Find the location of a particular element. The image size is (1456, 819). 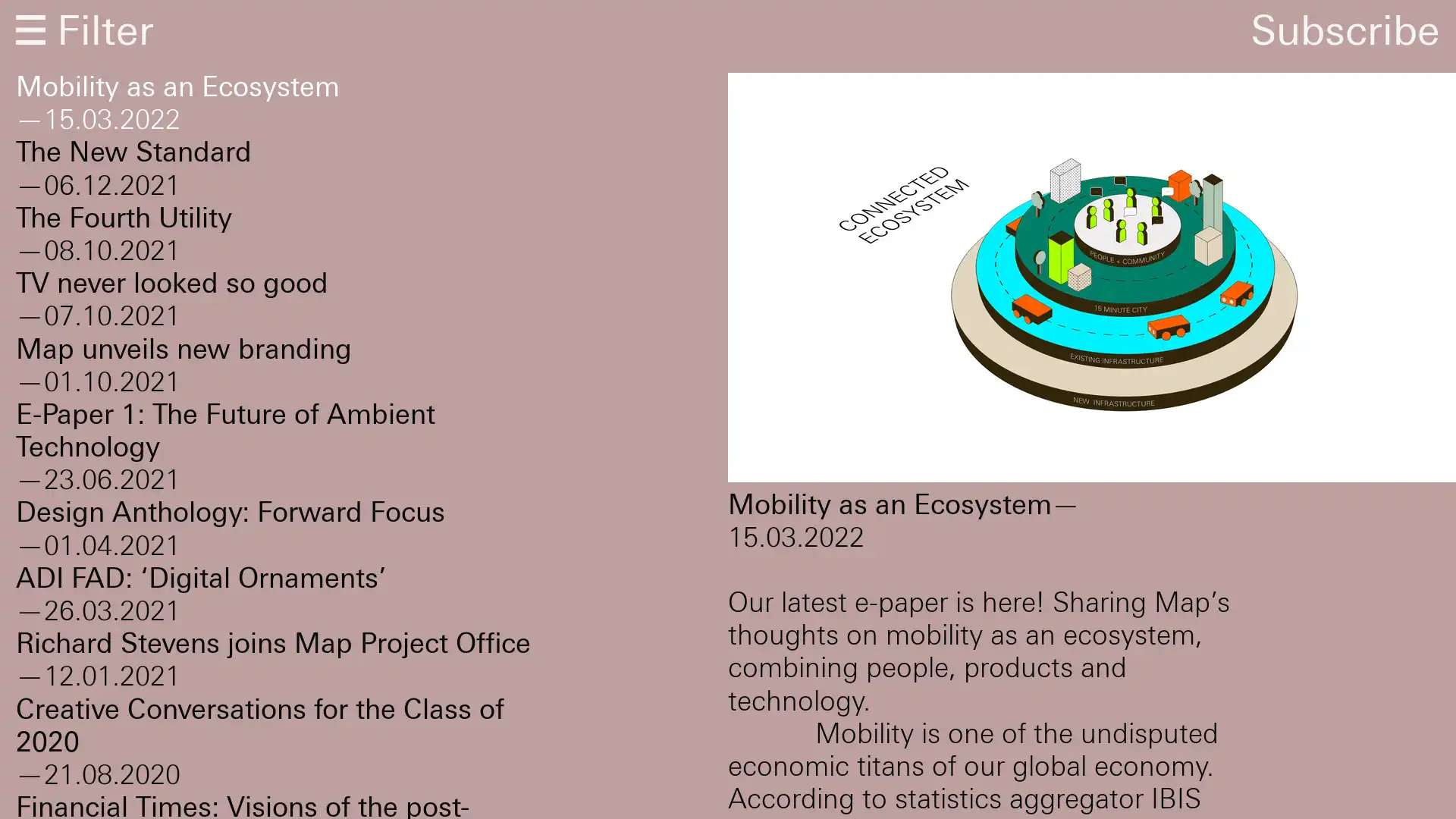

Subscribe is located at coordinates (75, 285).